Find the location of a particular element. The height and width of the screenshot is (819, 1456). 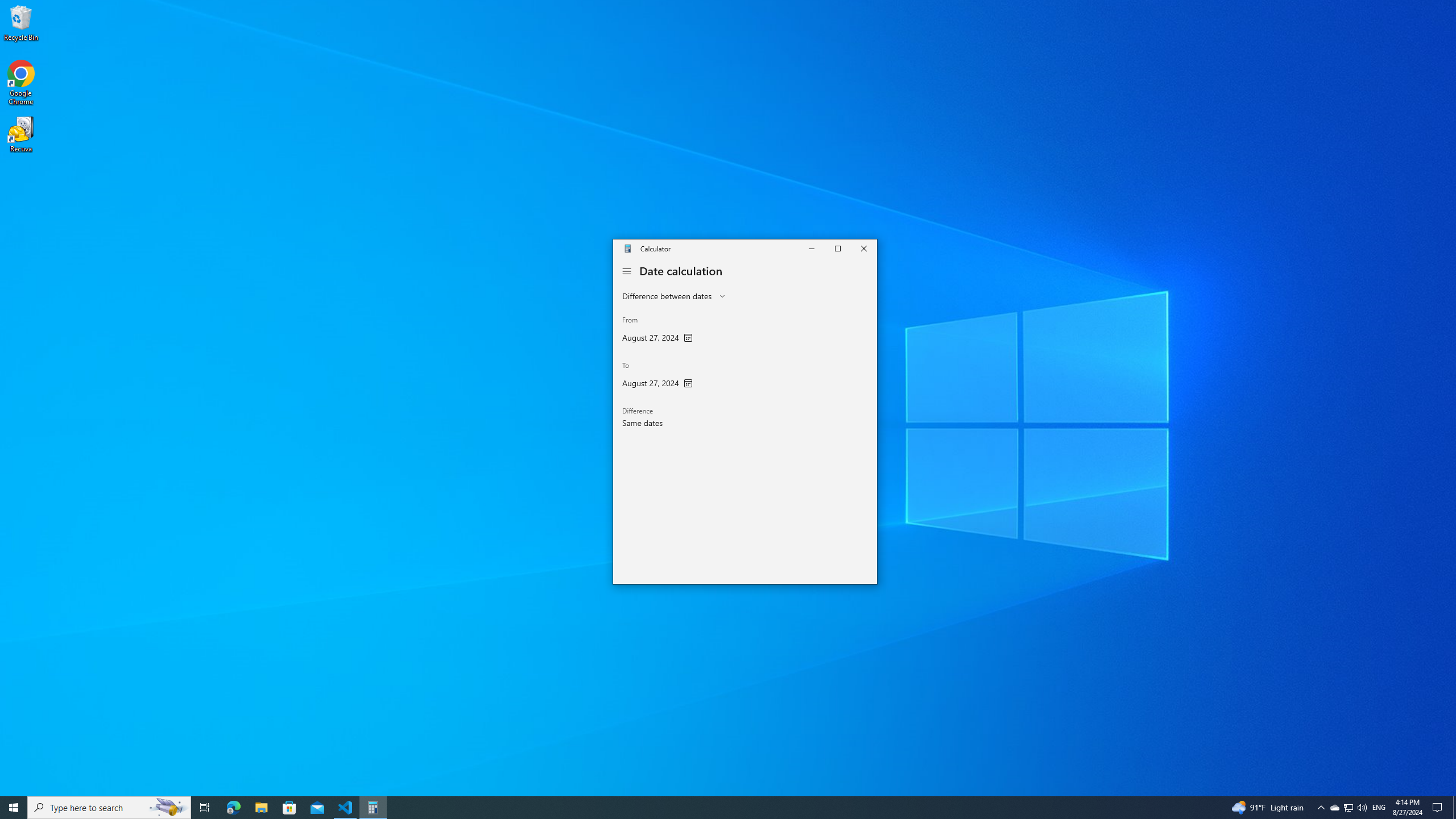

'Calculator - 1 running window' is located at coordinates (373, 806).